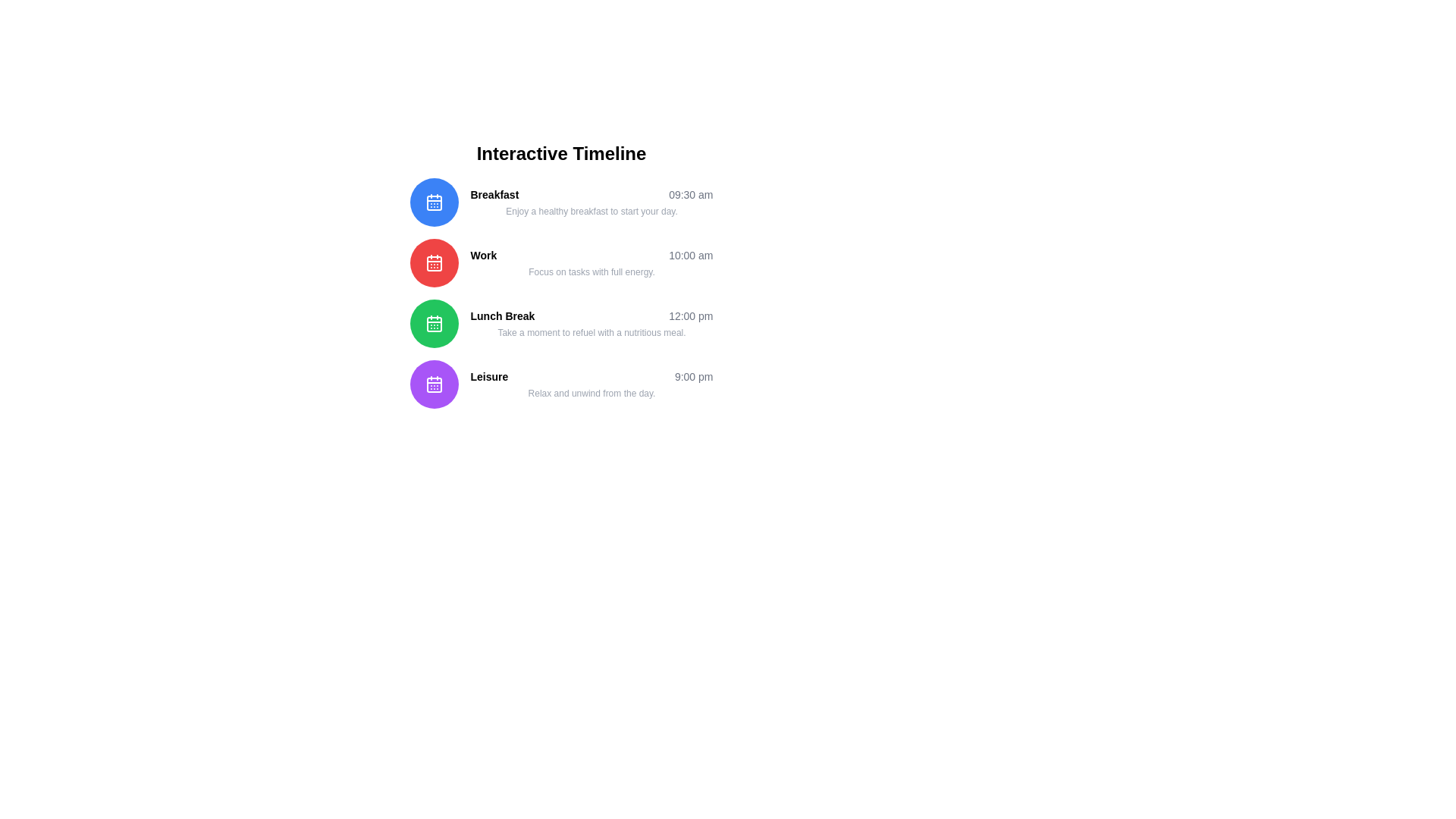  I want to click on the 'Leisure' timeline event, which is the fourth entry in the vertical timeline list, located at the bottom of the timeline, so click(560, 383).